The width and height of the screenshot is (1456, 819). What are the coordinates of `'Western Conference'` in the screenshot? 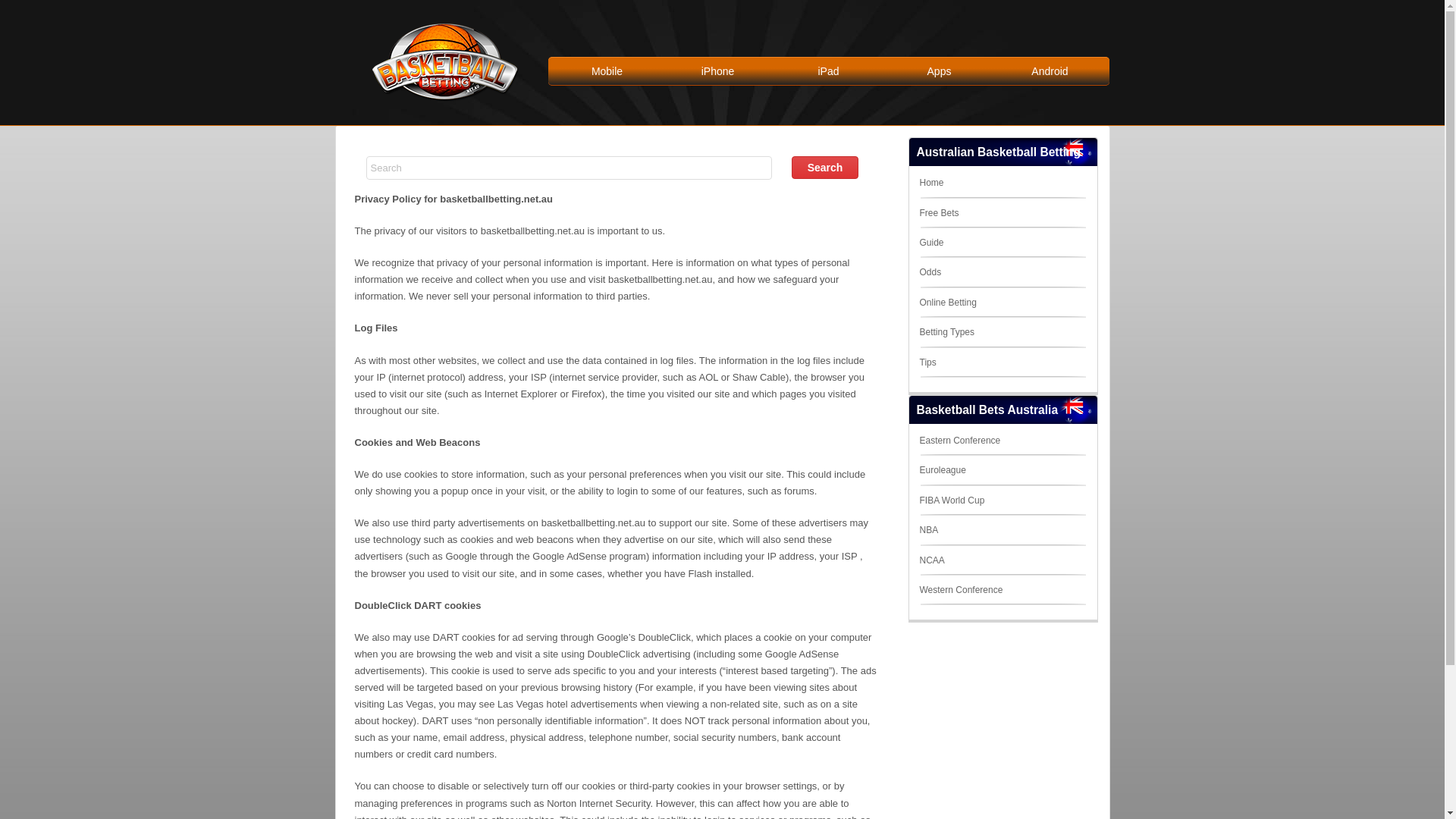 It's located at (918, 589).